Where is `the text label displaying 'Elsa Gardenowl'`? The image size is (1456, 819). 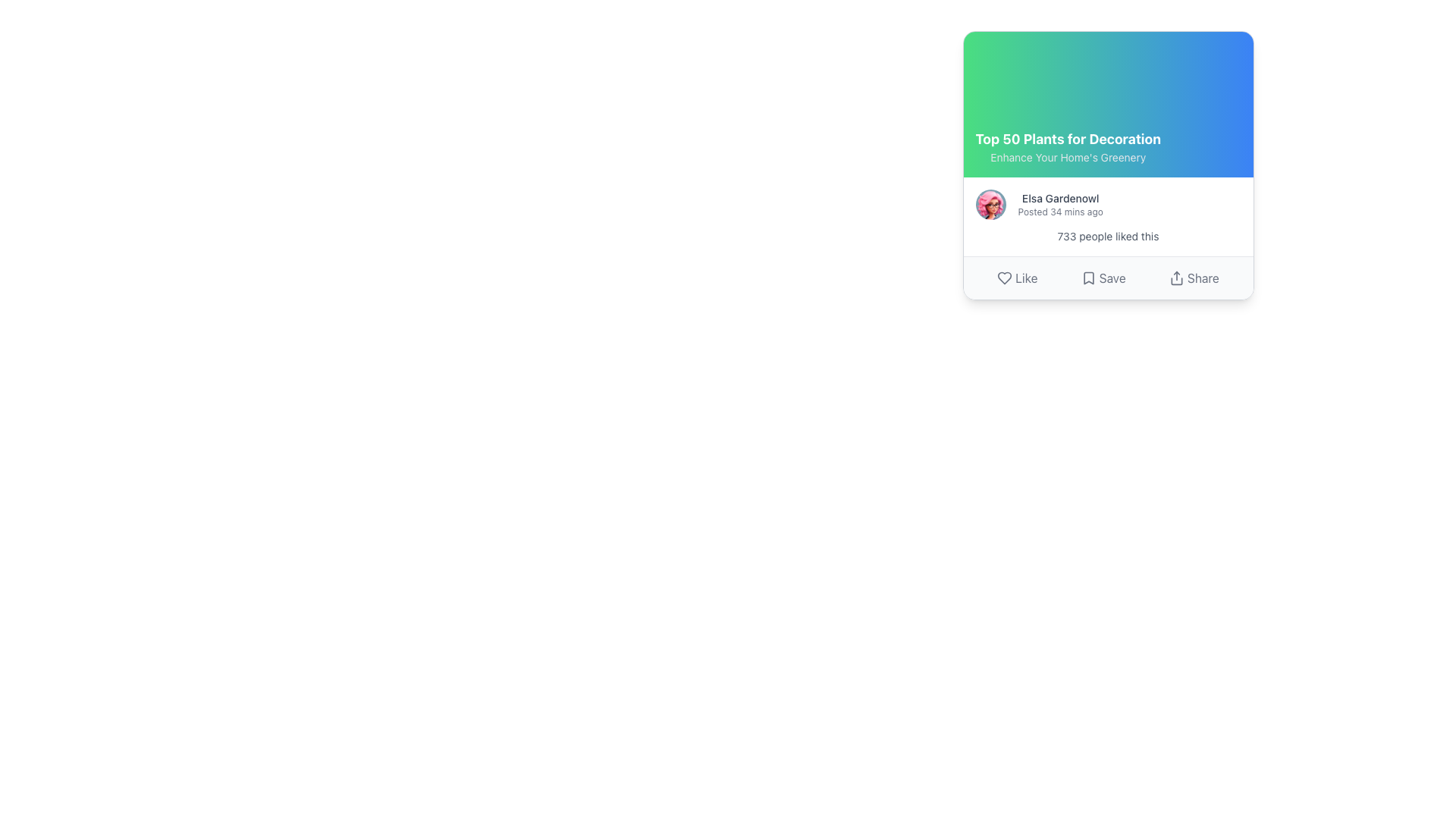
the text label displaying 'Elsa Gardenowl' is located at coordinates (1059, 198).